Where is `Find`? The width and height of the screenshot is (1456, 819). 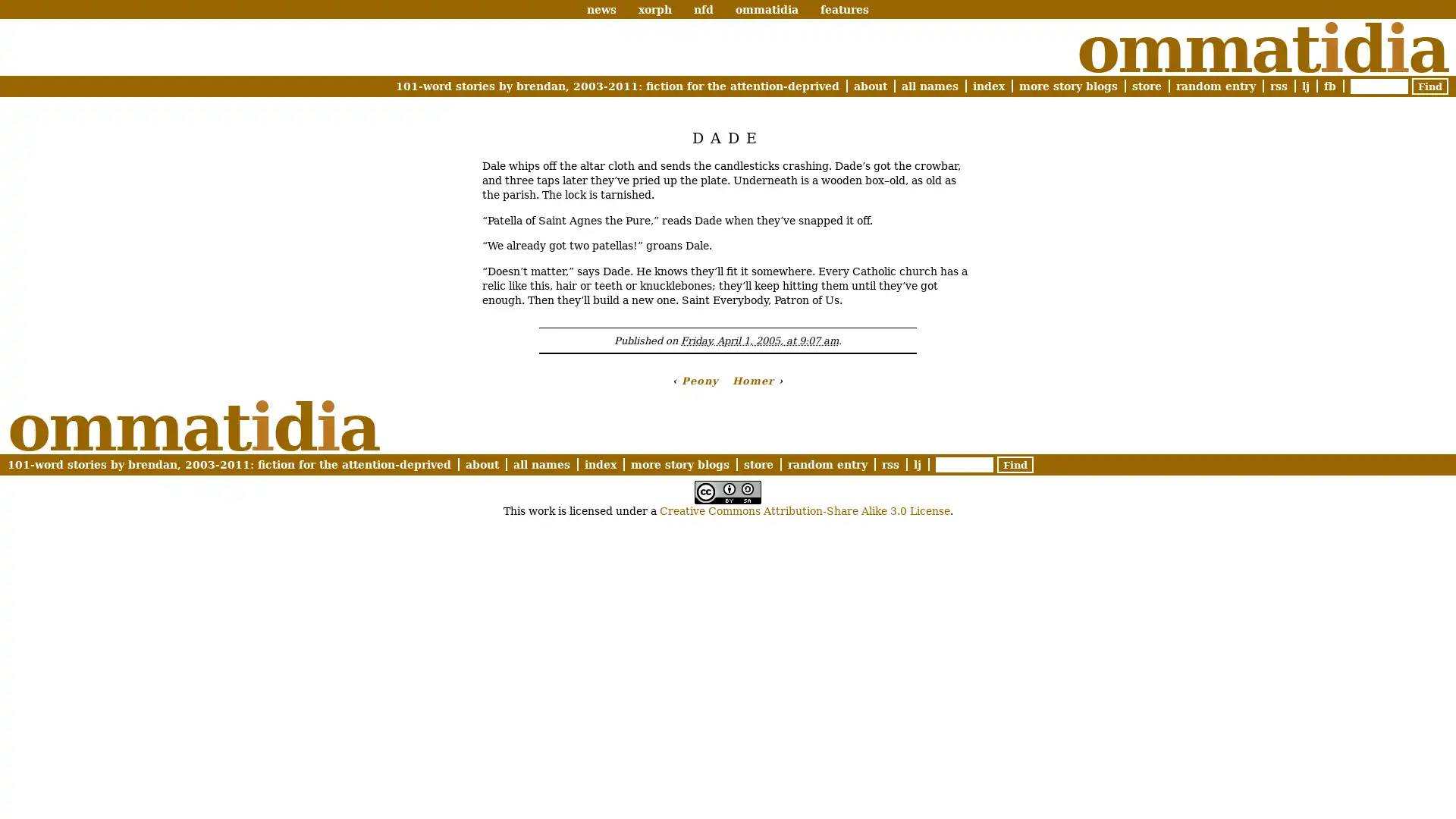
Find is located at coordinates (1015, 463).